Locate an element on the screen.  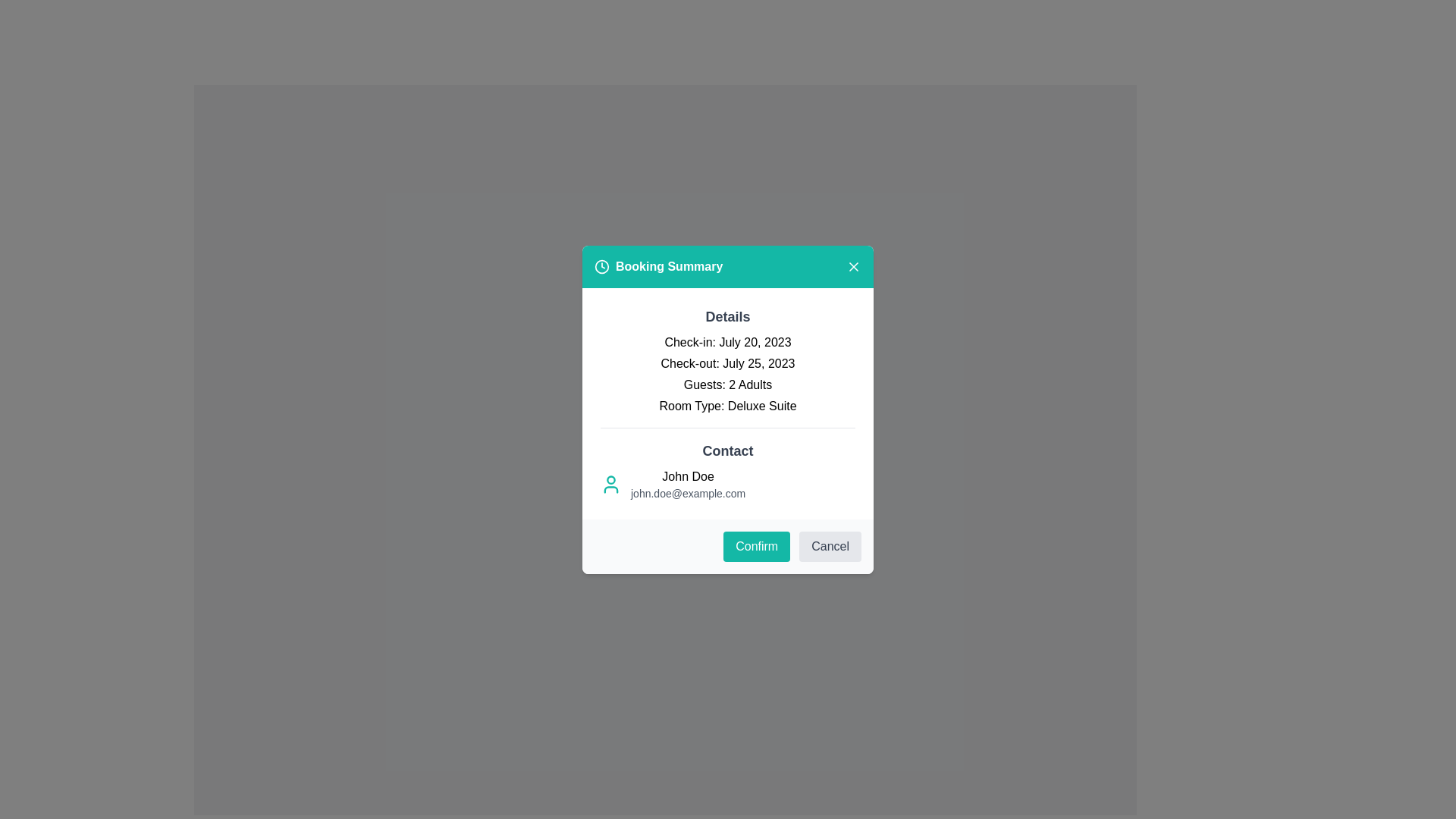
the Informational Text Block displaying booking details, positioned centrally beneath the header 'Details' and above 'Contact' is located at coordinates (728, 374).